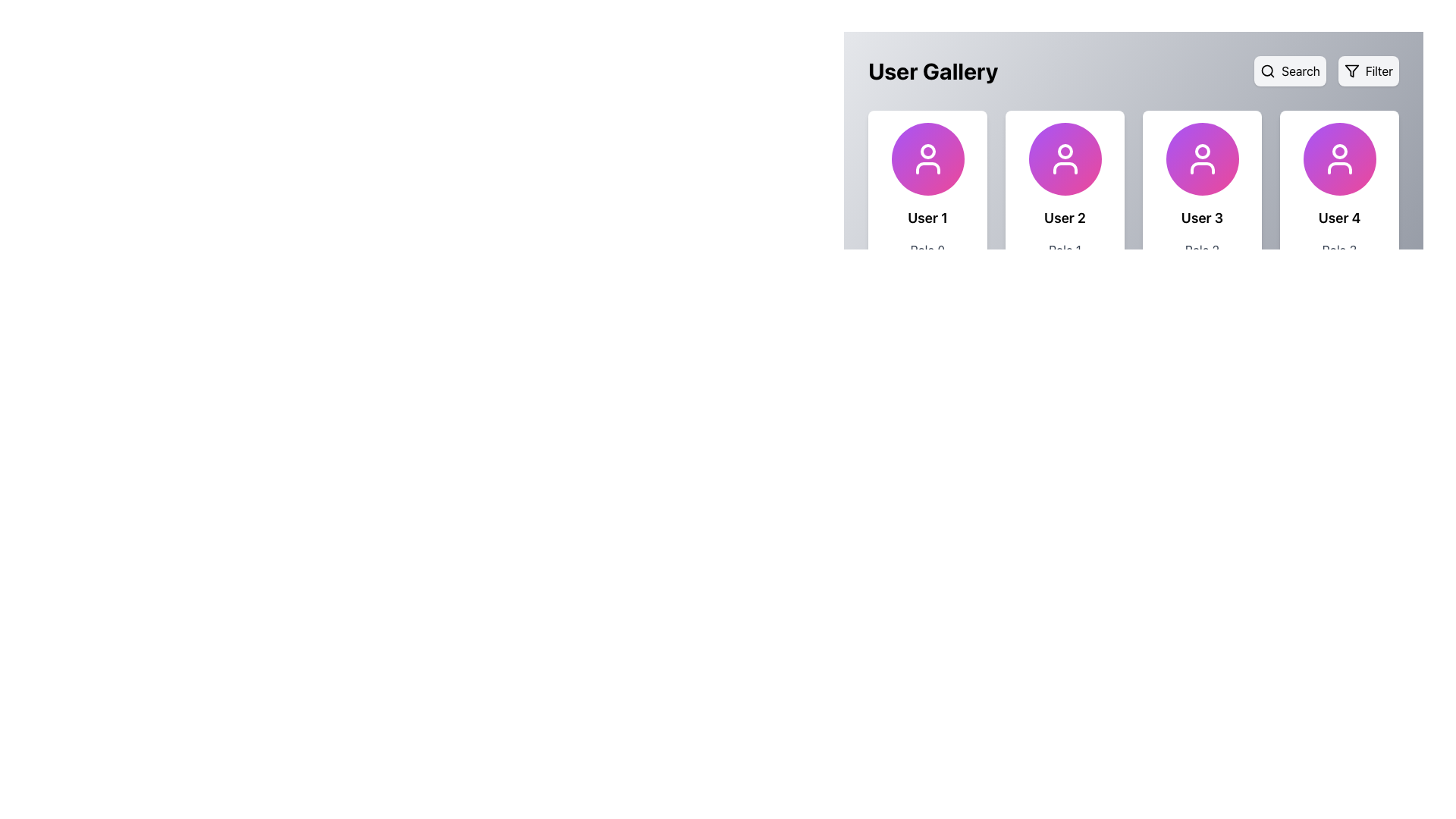 The image size is (1456, 819). Describe the element at coordinates (1339, 158) in the screenshot. I see `the Circular Icon with Avatar representing 'User 4', which is located at the top of the card titled 'User 4' in the 'User Gallery' section` at that location.